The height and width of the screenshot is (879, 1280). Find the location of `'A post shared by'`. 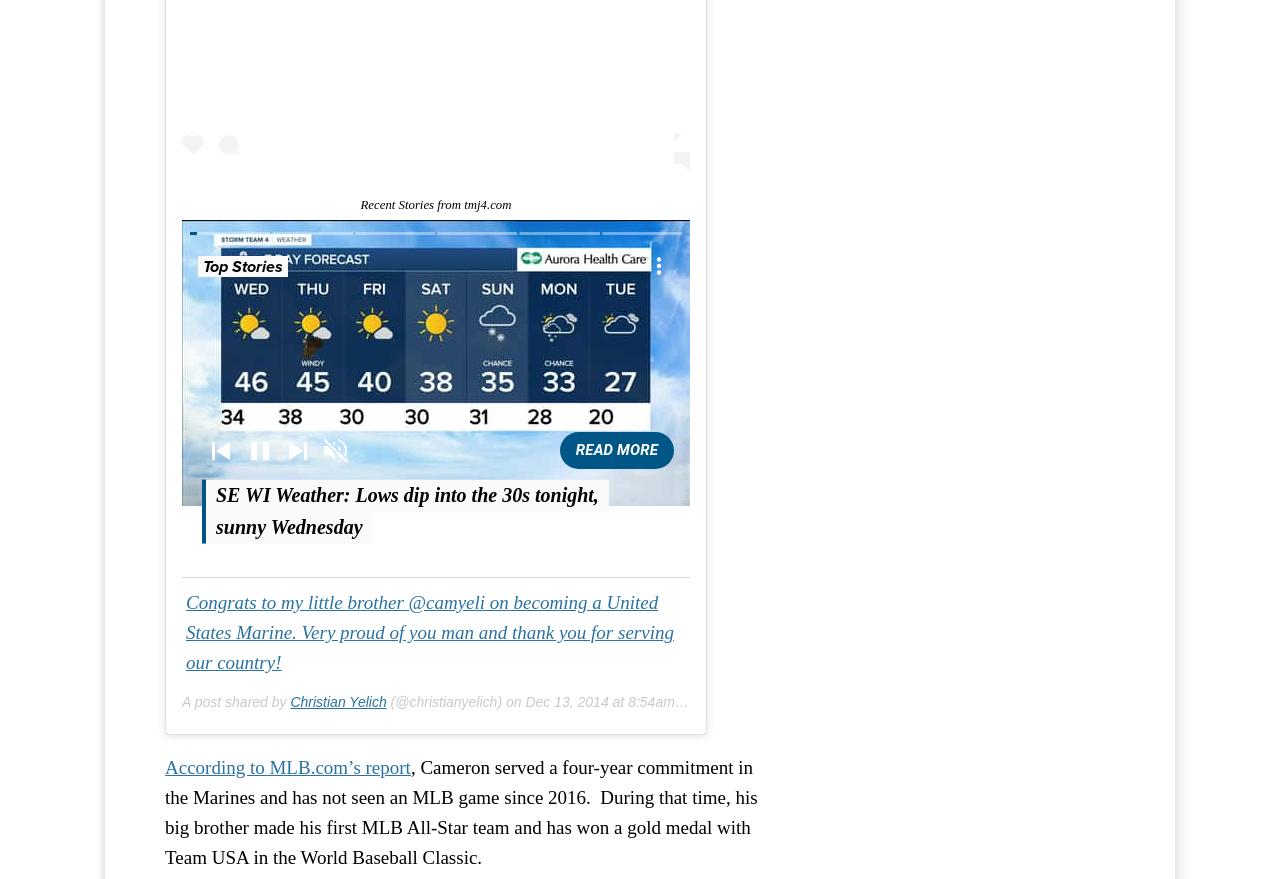

'A post shared by' is located at coordinates (236, 701).